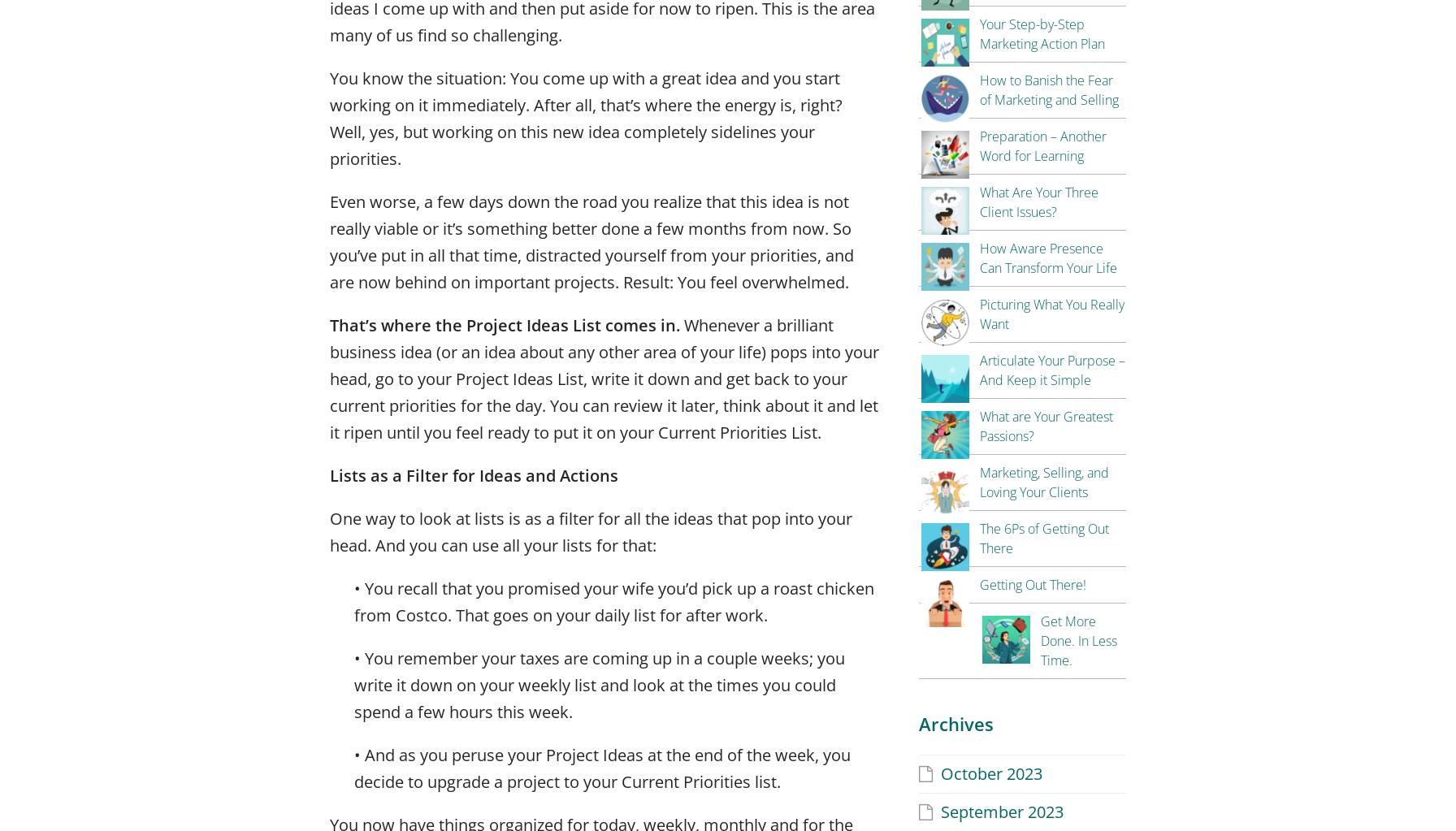 This screenshot has width=1456, height=831. Describe the element at coordinates (940, 810) in the screenshot. I see `'September 2023'` at that location.